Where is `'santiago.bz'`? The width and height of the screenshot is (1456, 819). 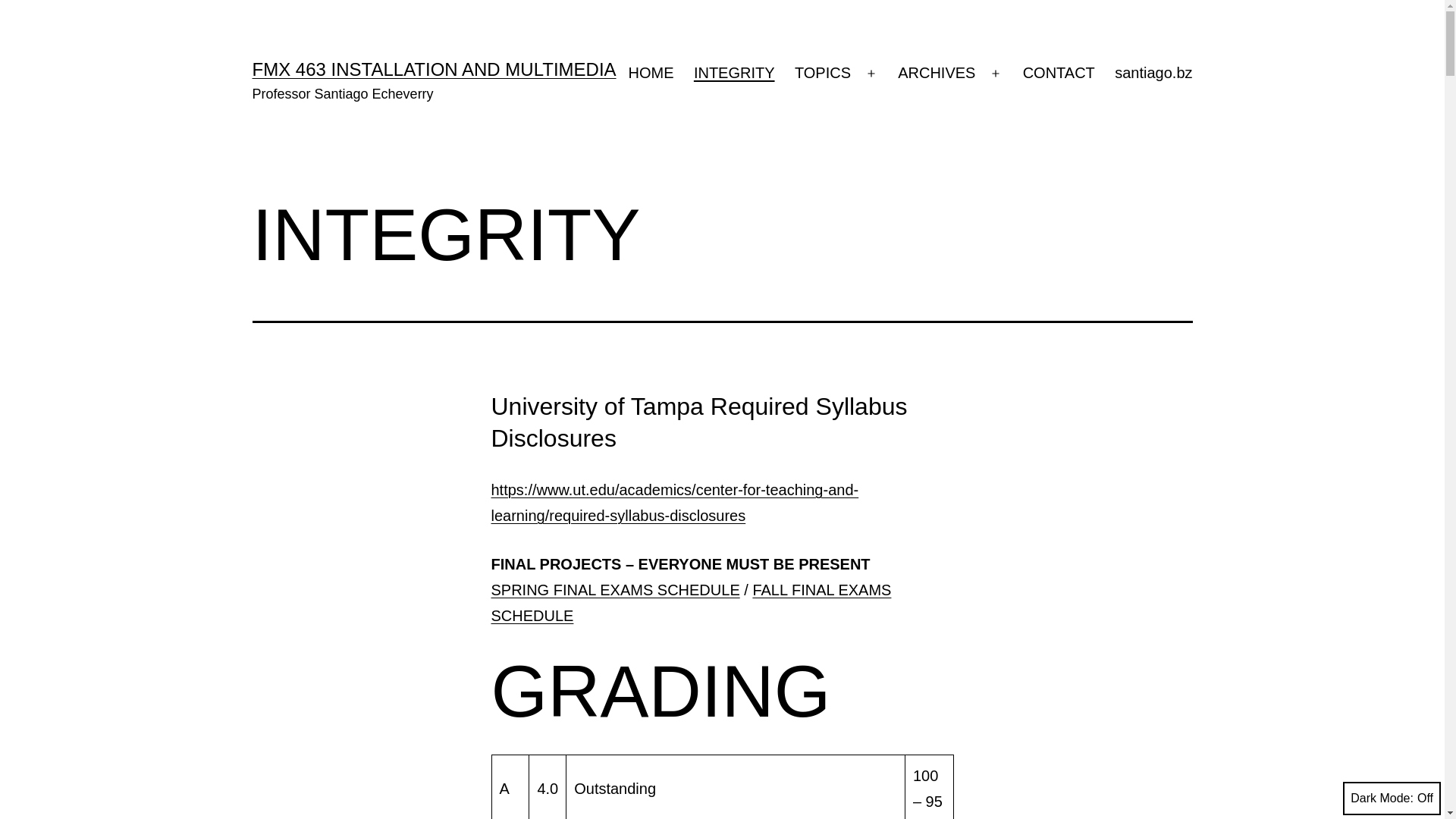 'santiago.bz' is located at coordinates (1153, 73).